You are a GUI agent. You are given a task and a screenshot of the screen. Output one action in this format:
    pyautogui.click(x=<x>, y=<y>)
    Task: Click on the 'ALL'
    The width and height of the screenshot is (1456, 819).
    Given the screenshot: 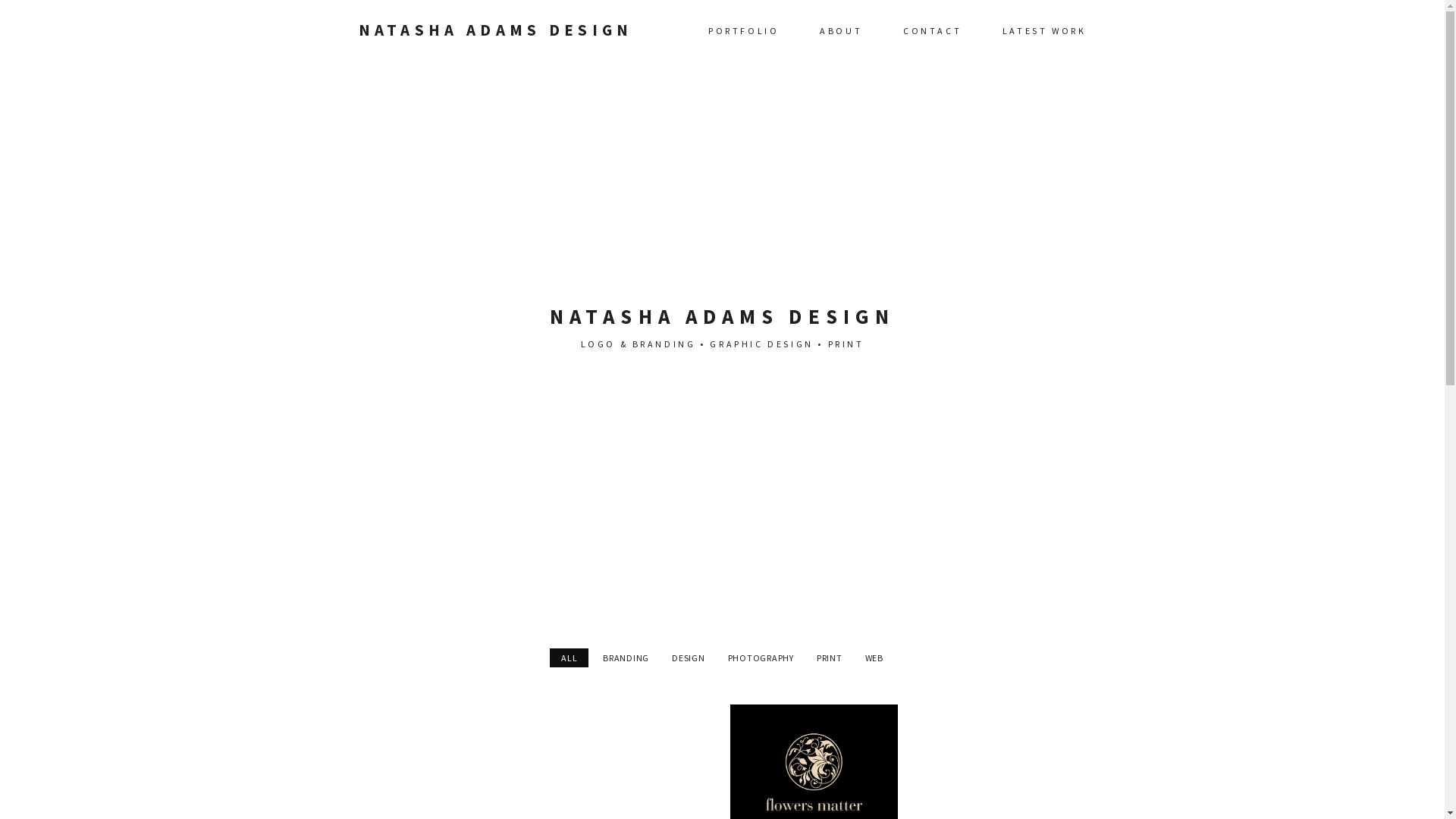 What is the action you would take?
    pyautogui.click(x=568, y=657)
    